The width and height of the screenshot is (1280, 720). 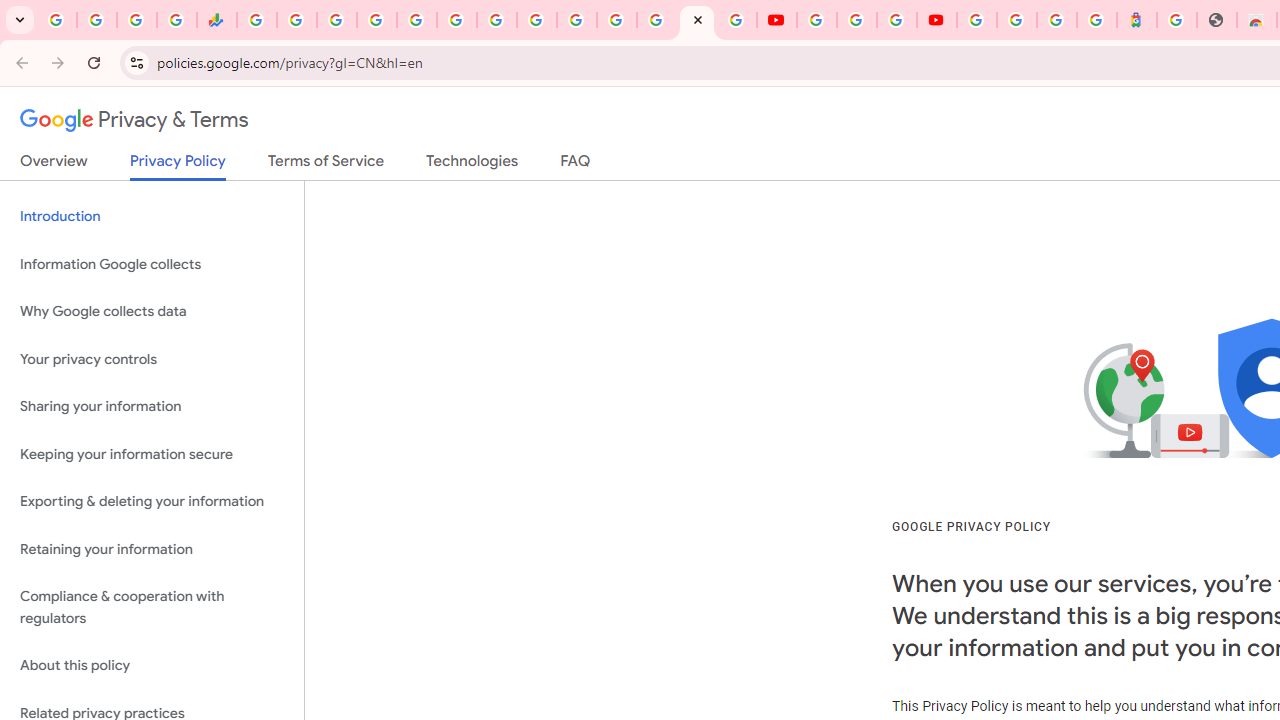 I want to click on 'YouTube', so click(x=817, y=20).